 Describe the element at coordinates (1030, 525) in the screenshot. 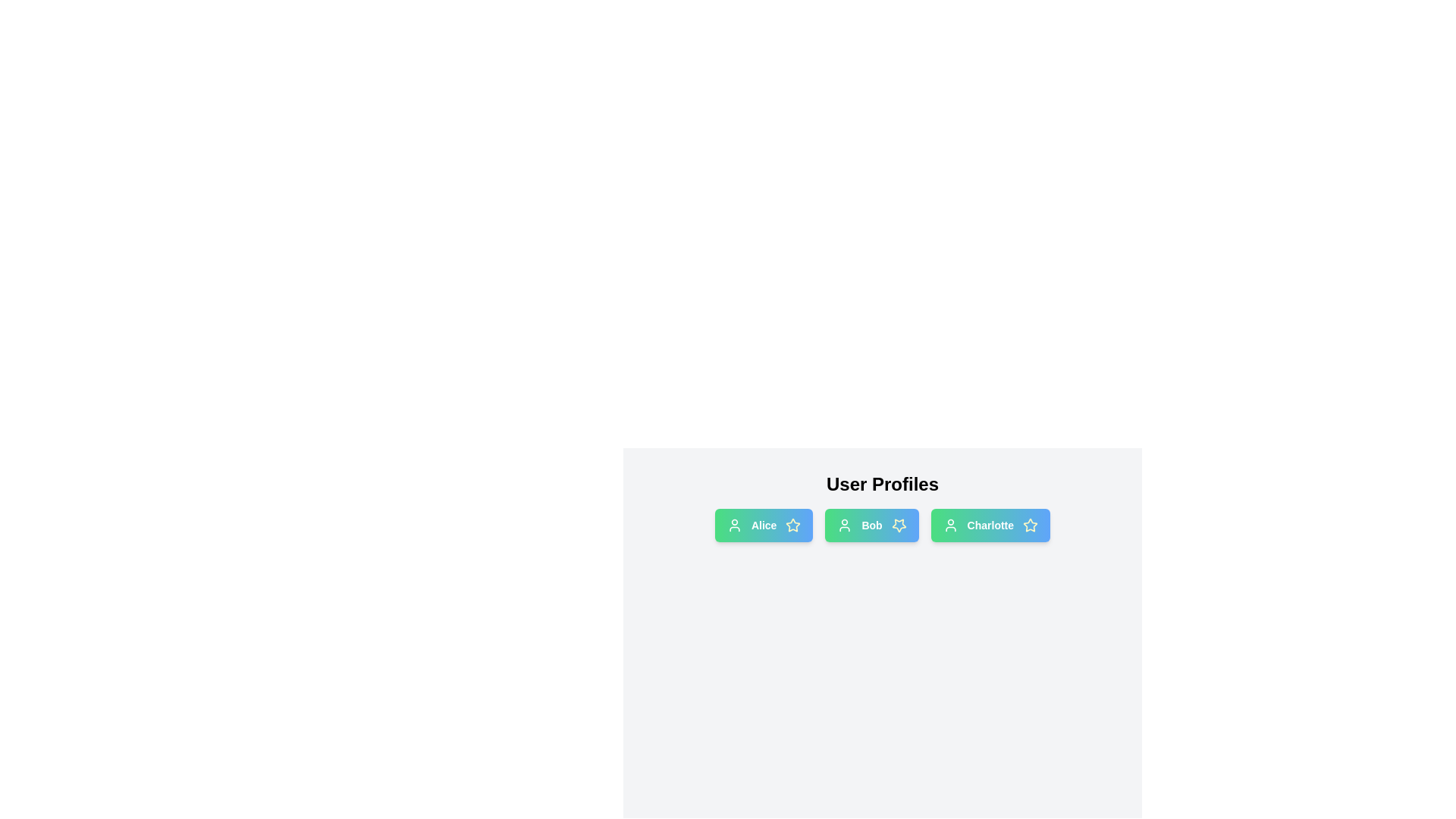

I see `the star icon of Charlotte to toggle their follow status` at that location.